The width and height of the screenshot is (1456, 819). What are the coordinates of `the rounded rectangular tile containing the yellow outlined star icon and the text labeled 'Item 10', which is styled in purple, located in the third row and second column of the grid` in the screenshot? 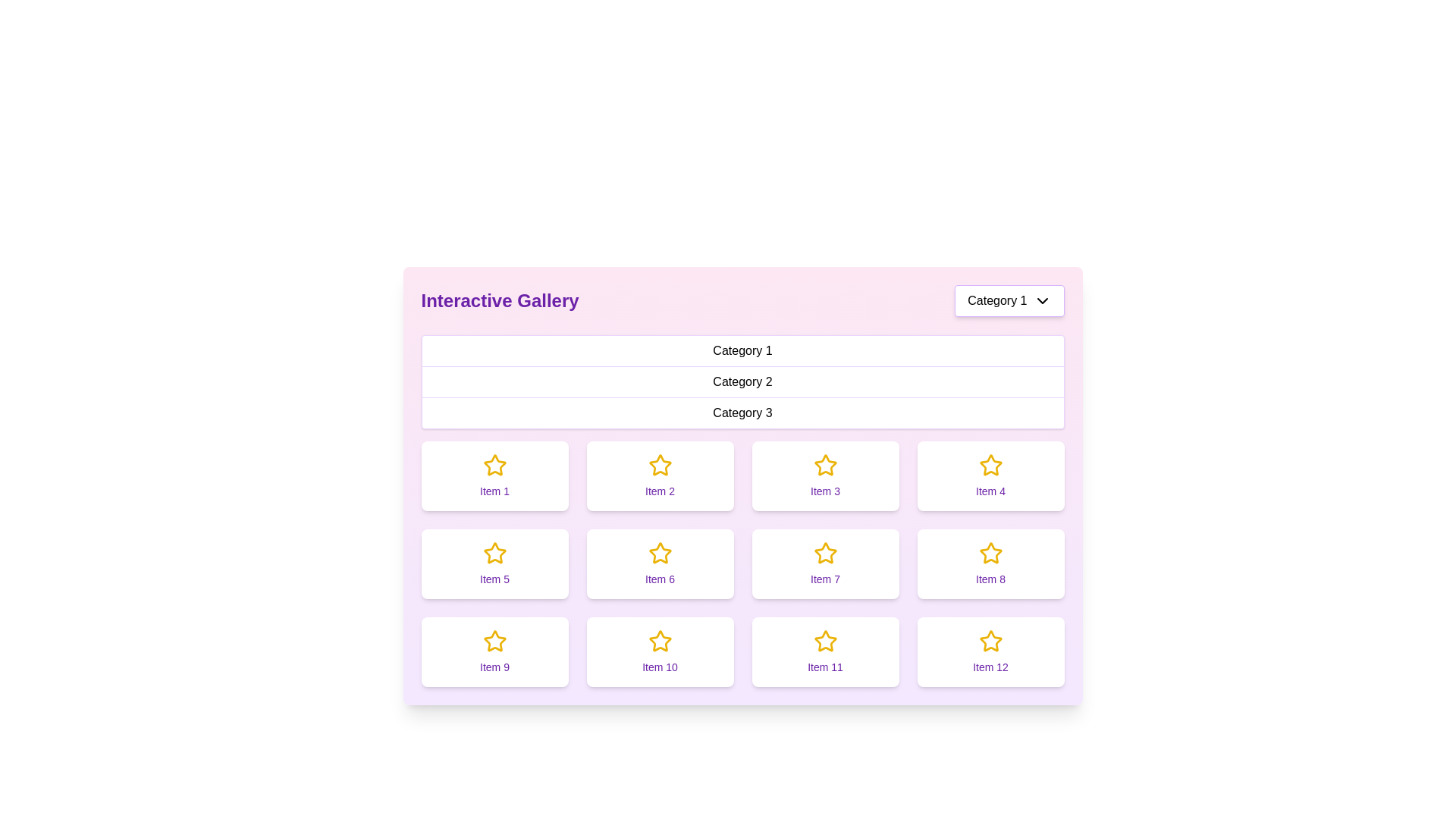 It's located at (660, 651).